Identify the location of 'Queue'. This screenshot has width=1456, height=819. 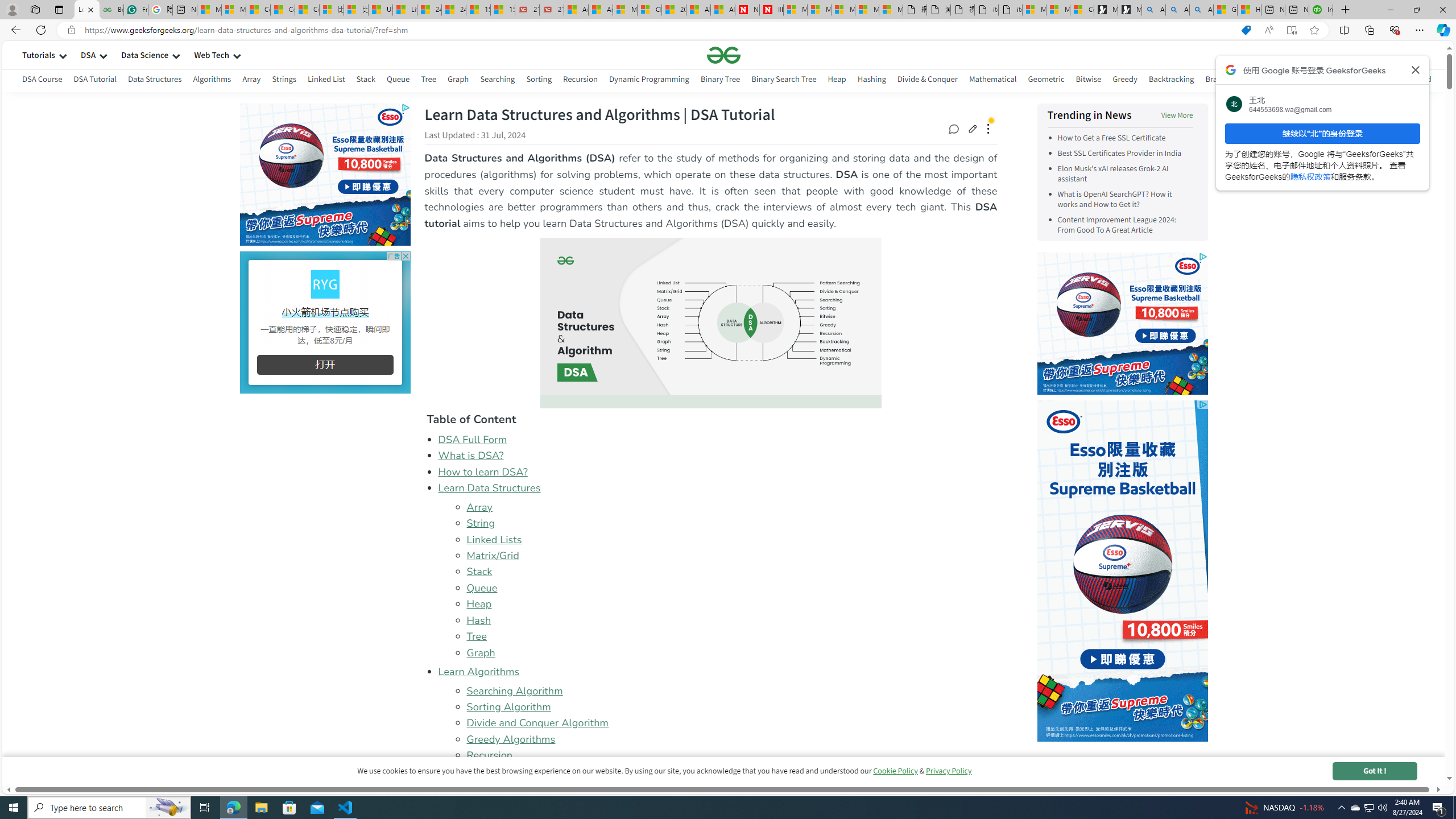
(482, 588).